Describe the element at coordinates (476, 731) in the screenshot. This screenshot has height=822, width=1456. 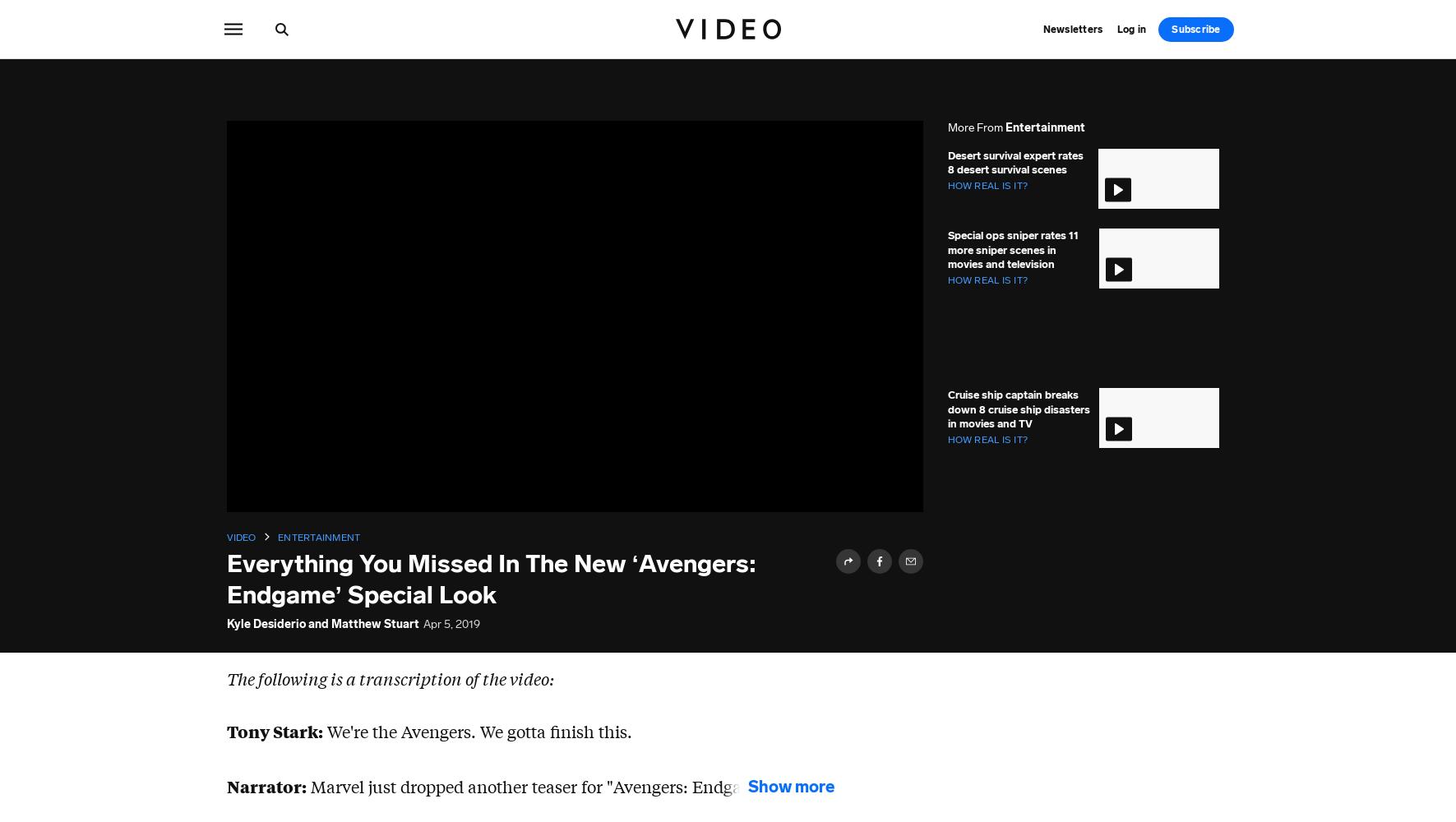
I see `'We're the Avengers. We gotta finish this.'` at that location.